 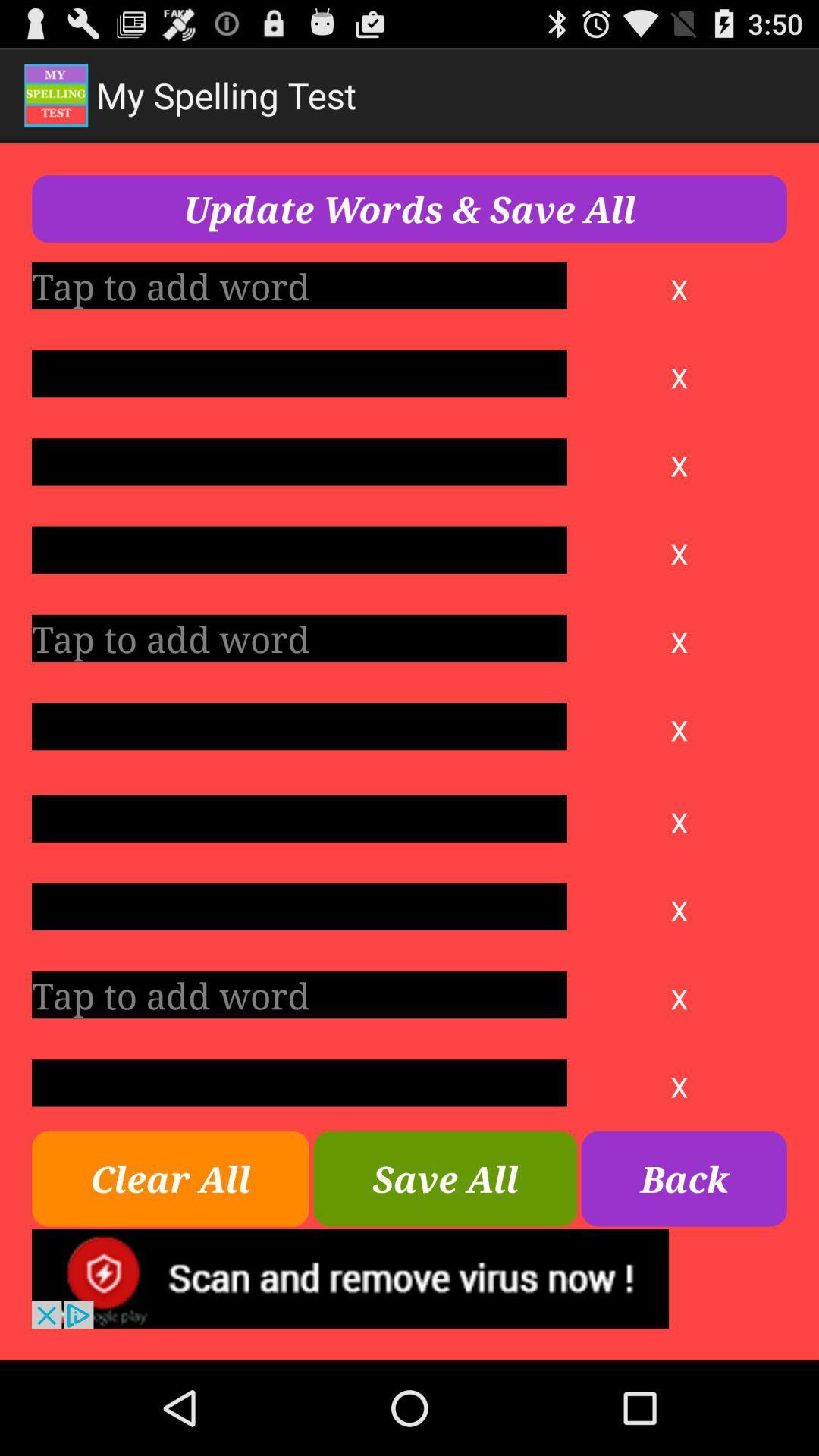 I want to click on one box, so click(x=299, y=285).